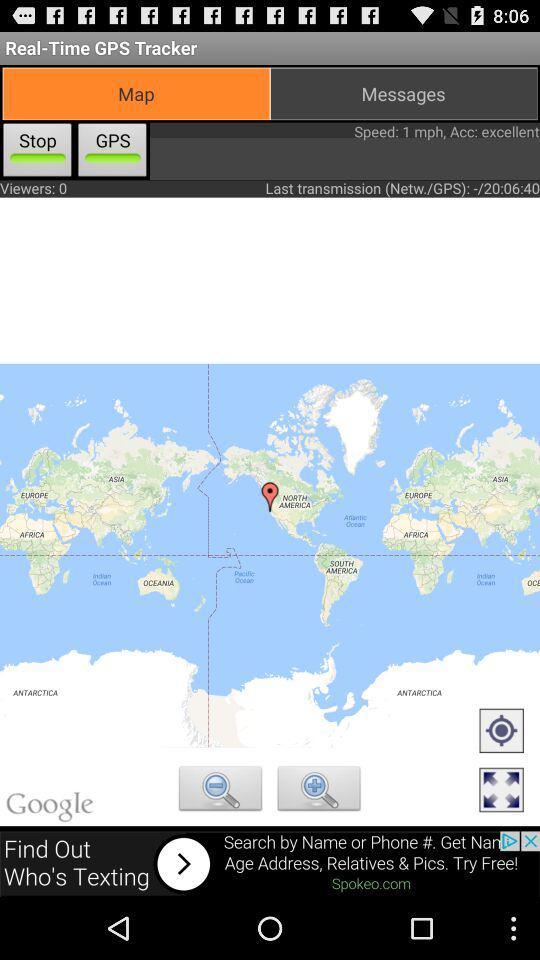 This screenshot has width=540, height=960. I want to click on search addrress, so click(219, 791).